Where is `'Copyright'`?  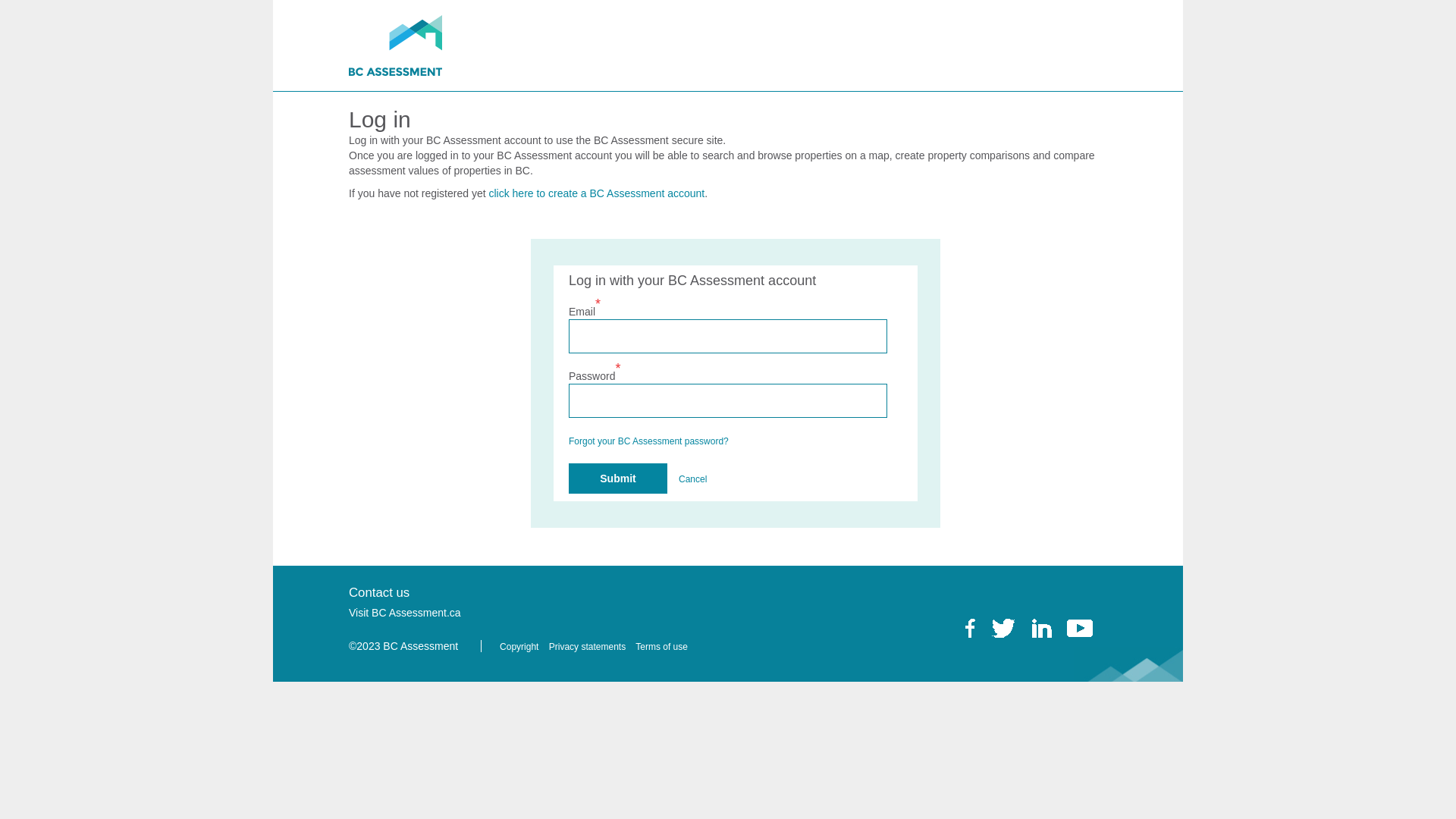
'Copyright' is located at coordinates (499, 646).